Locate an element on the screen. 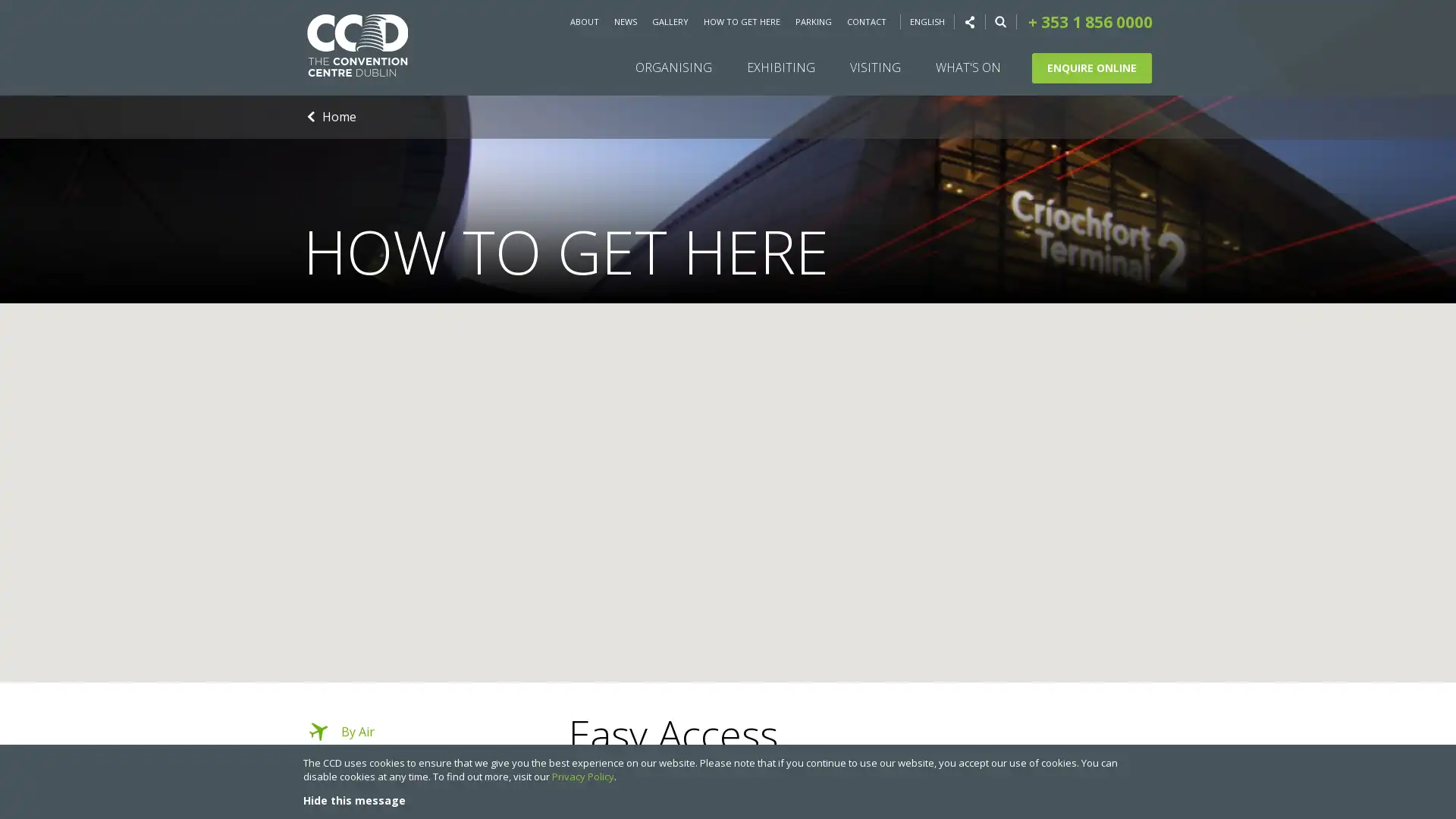  Keyboard shortcuts is located at coordinates (1230, 676).